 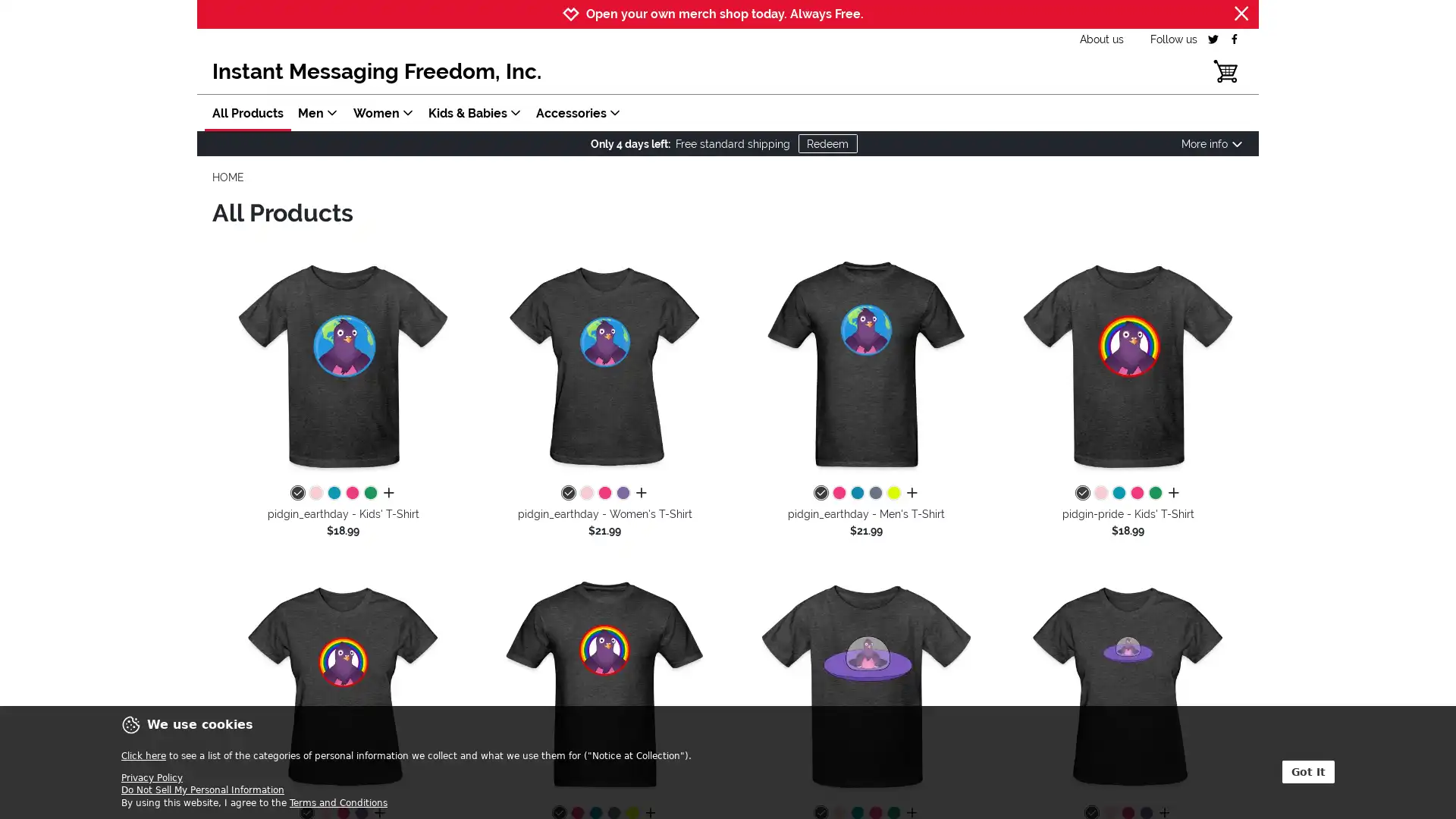 What do you see at coordinates (370, 494) in the screenshot?
I see `kelly green` at bounding box center [370, 494].